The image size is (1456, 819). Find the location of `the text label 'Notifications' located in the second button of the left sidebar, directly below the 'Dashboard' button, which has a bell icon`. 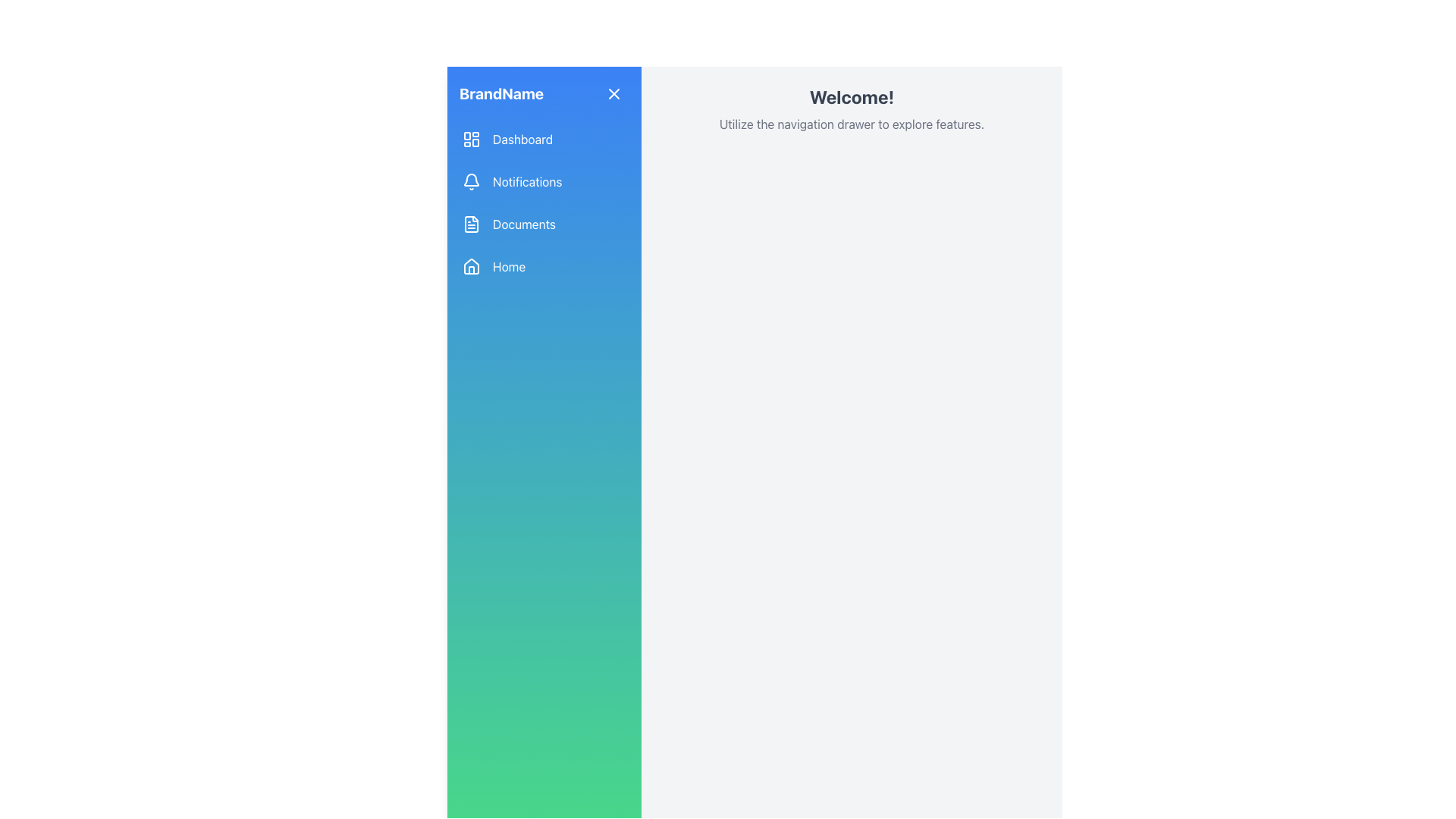

the text label 'Notifications' located in the second button of the left sidebar, directly below the 'Dashboard' button, which has a bell icon is located at coordinates (527, 180).